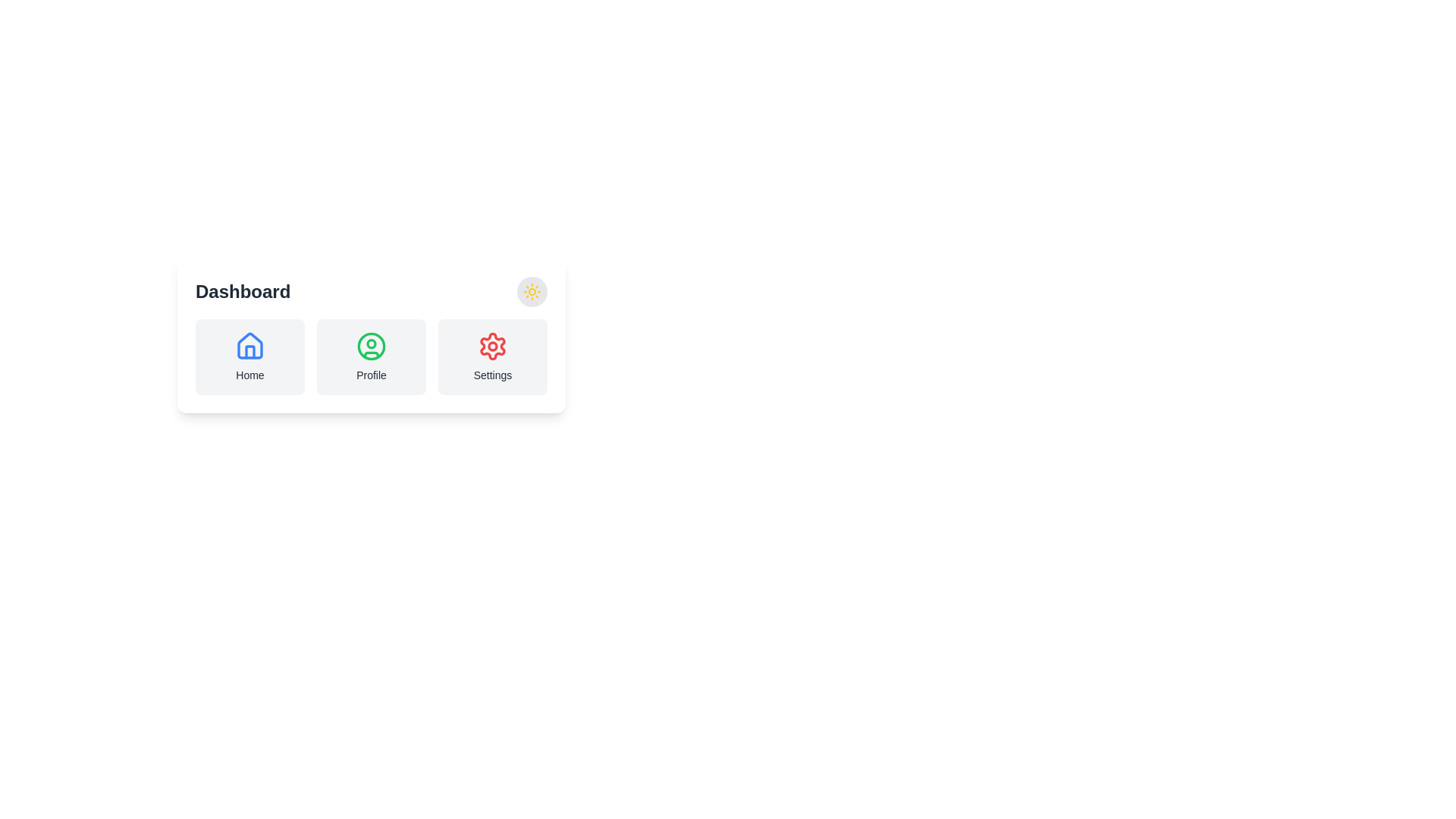  Describe the element at coordinates (492, 346) in the screenshot. I see `the prominent red cogwheel icon button located in the 'Settings' section` at that location.